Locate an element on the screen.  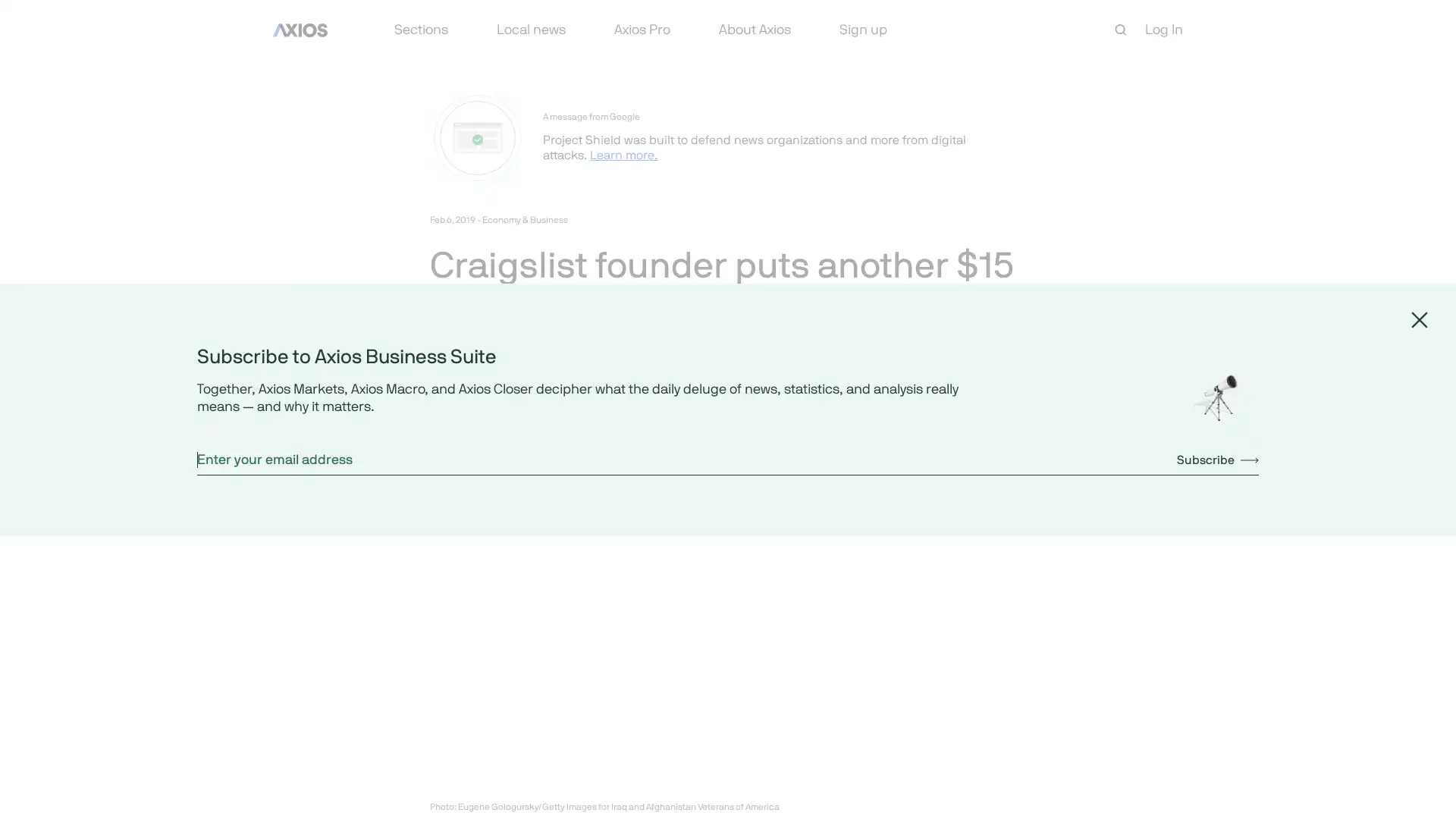
open search is located at coordinates (1121, 30).